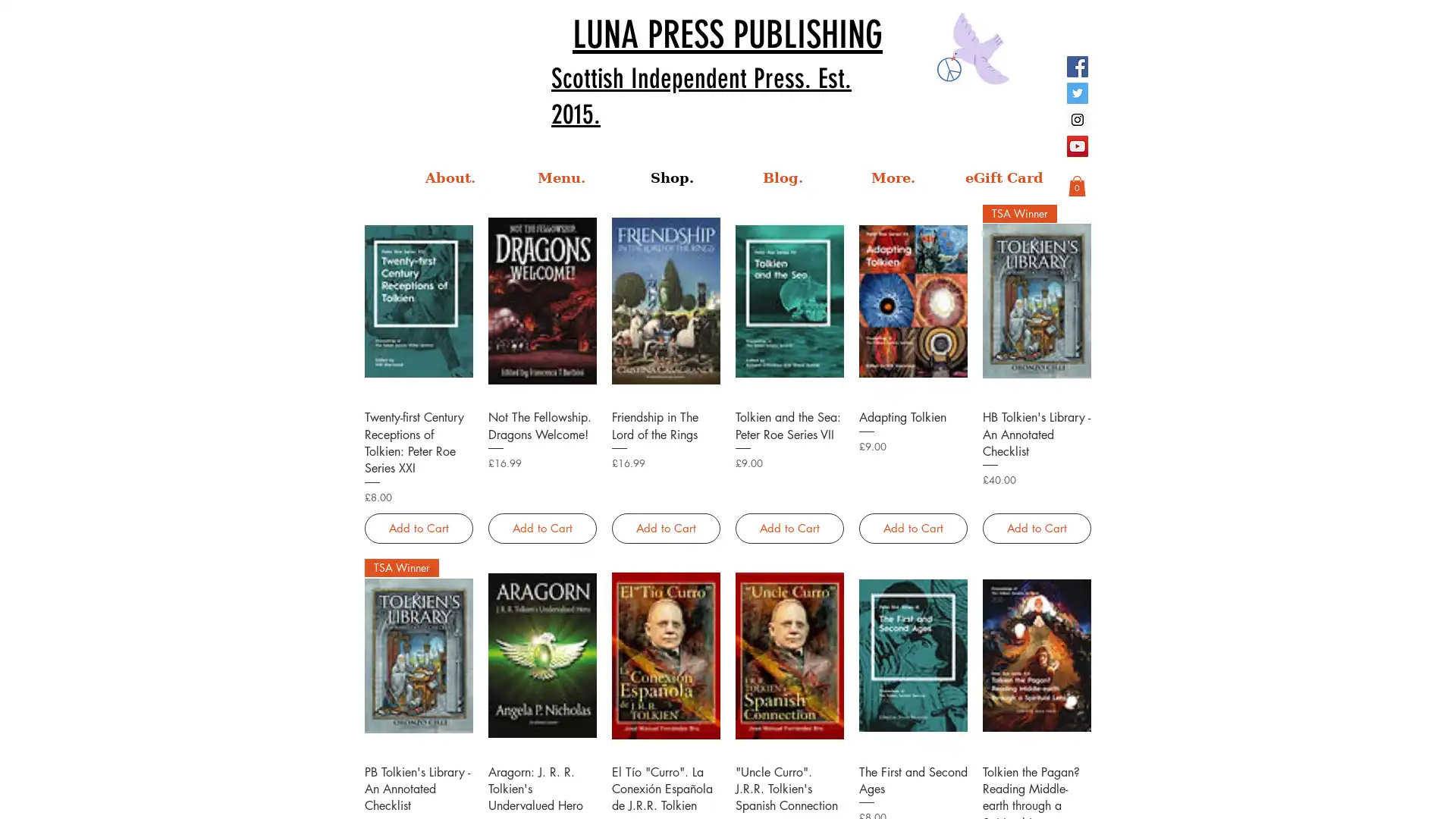 Image resolution: width=1456 pixels, height=819 pixels. I want to click on Quick View, so click(419, 416).